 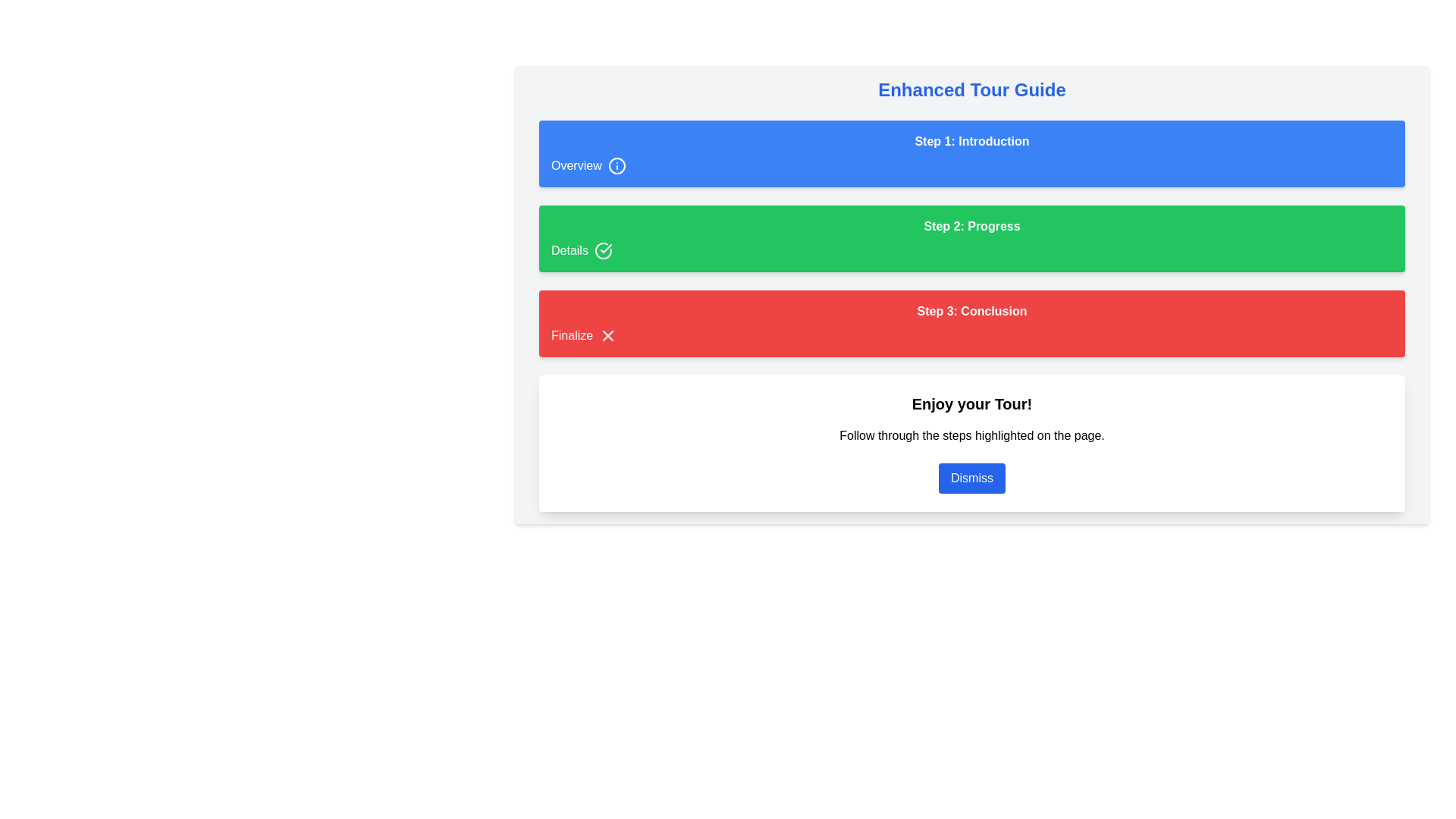 What do you see at coordinates (617, 166) in the screenshot?
I see `the informational icon located in the top left corner of the 'Overview' section, which provides additional details when interacted with` at bounding box center [617, 166].